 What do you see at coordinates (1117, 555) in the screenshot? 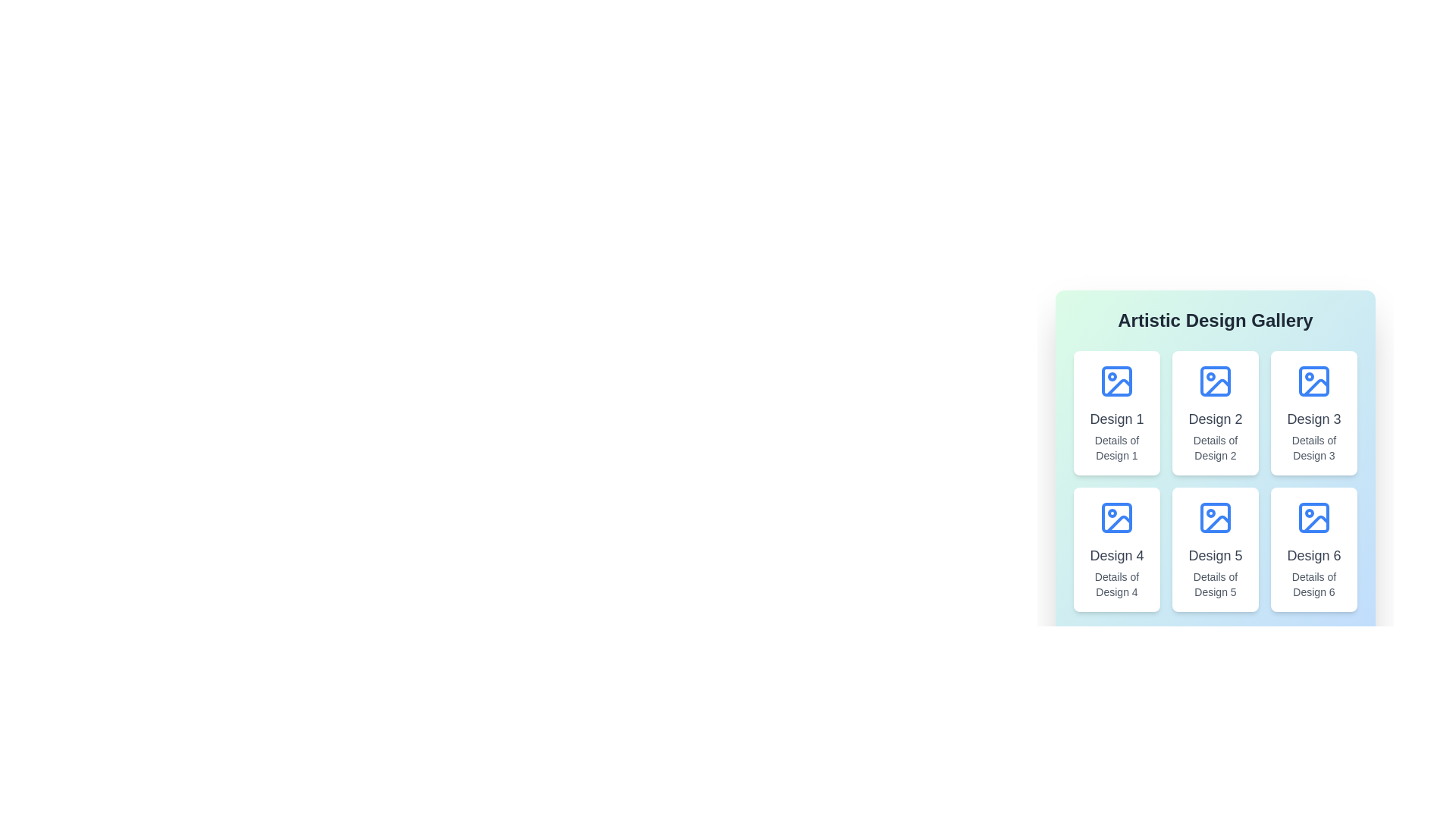
I see `title label located at the lower-left section of the card tile, positioned beneath an image-like icon and above the descriptive text 'Details of Design 4'` at bounding box center [1117, 555].